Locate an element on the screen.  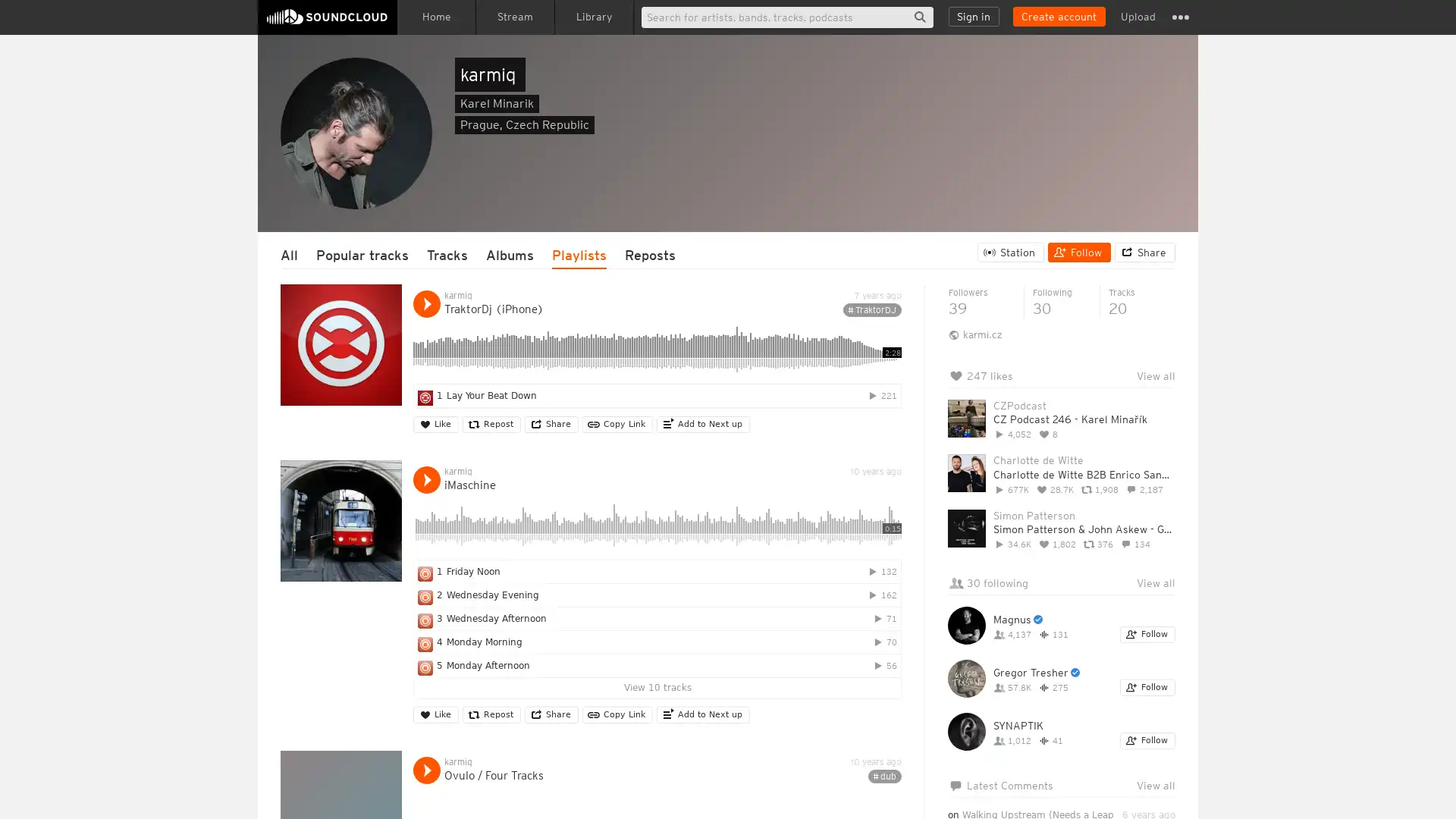
Play is located at coordinates (425, 304).